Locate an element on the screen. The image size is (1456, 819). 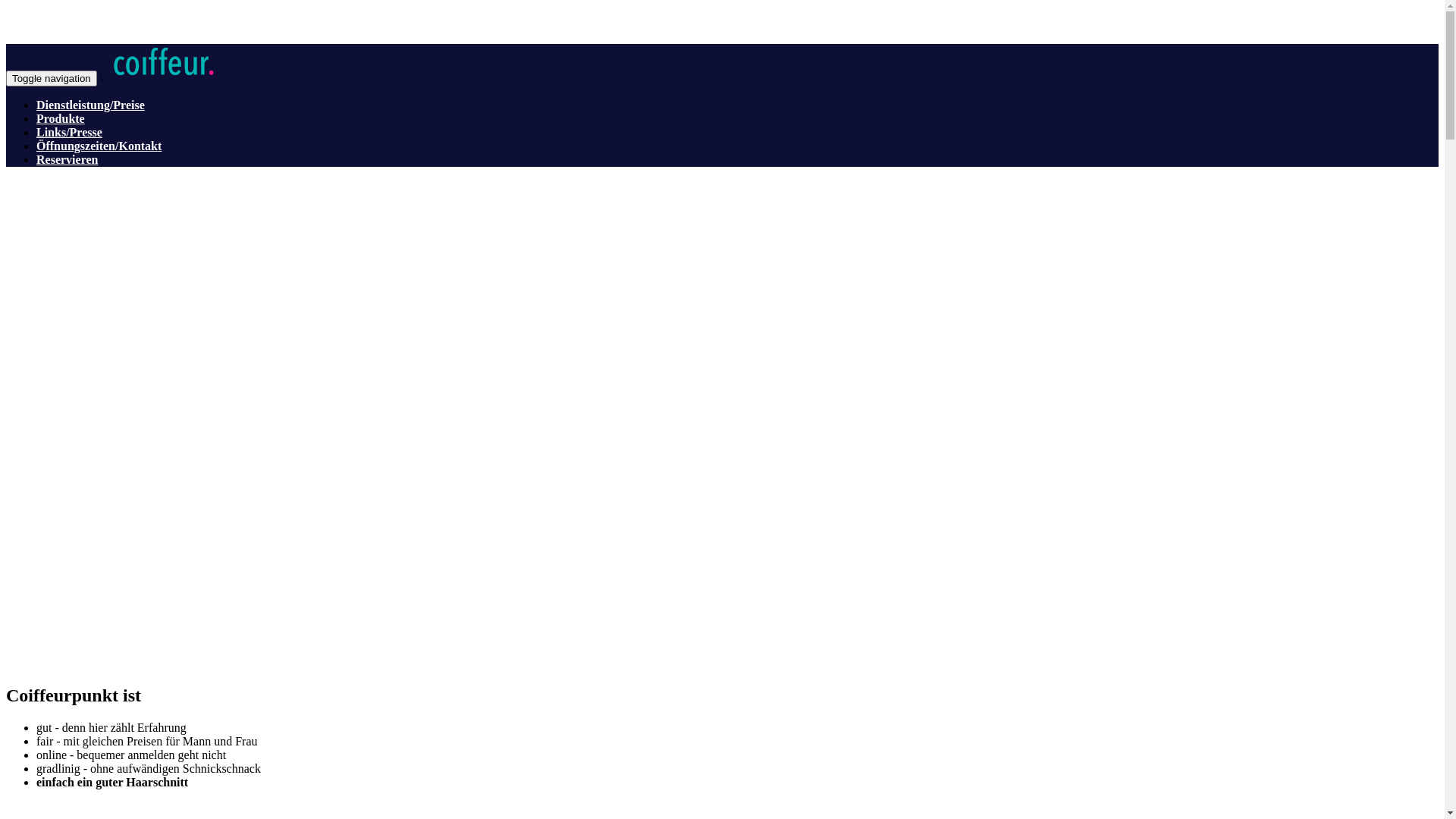
'Reservieren' is located at coordinates (36, 159).